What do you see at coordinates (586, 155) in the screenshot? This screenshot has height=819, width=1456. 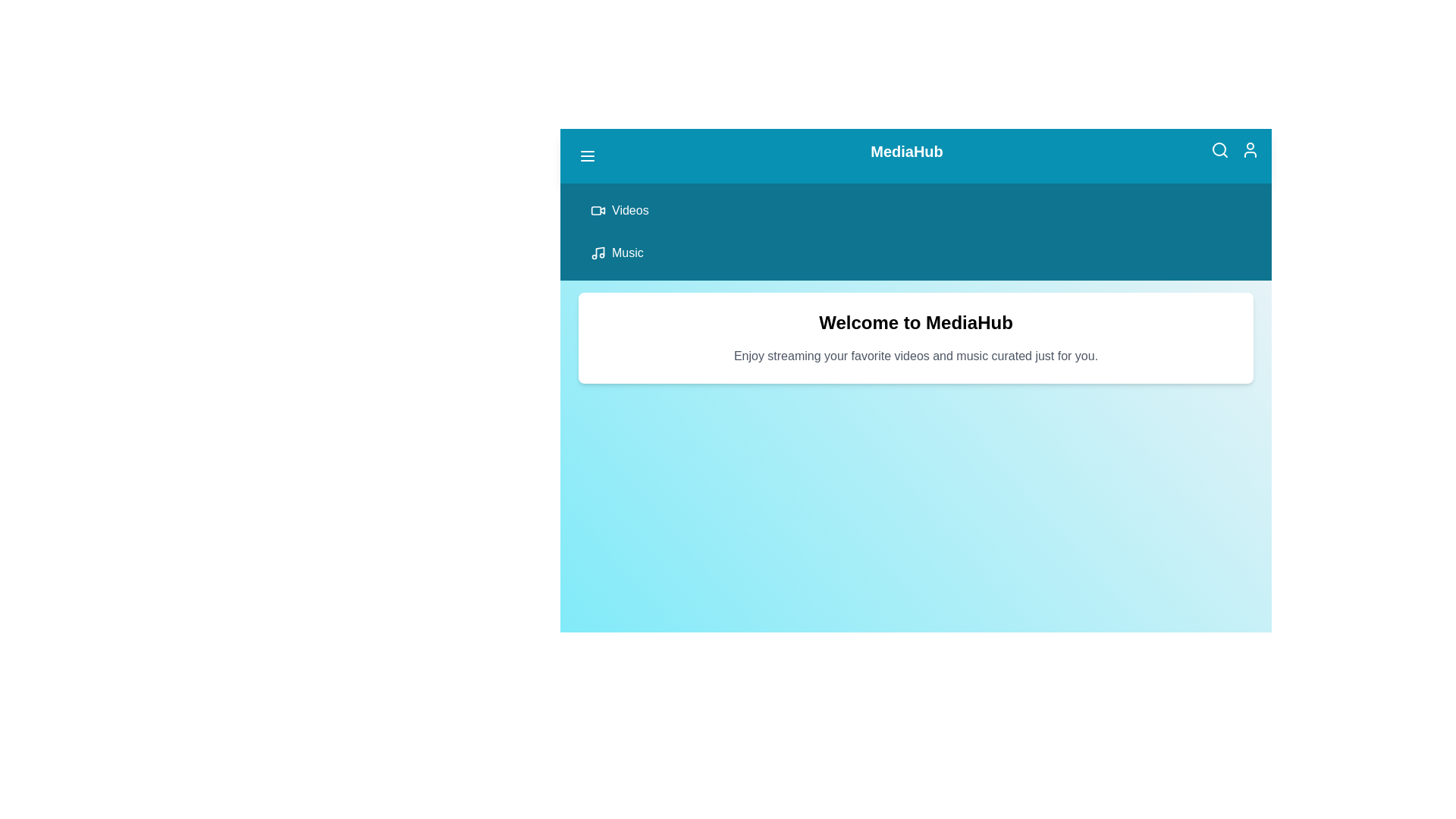 I see `the menu button to toggle the navigation menu` at bounding box center [586, 155].